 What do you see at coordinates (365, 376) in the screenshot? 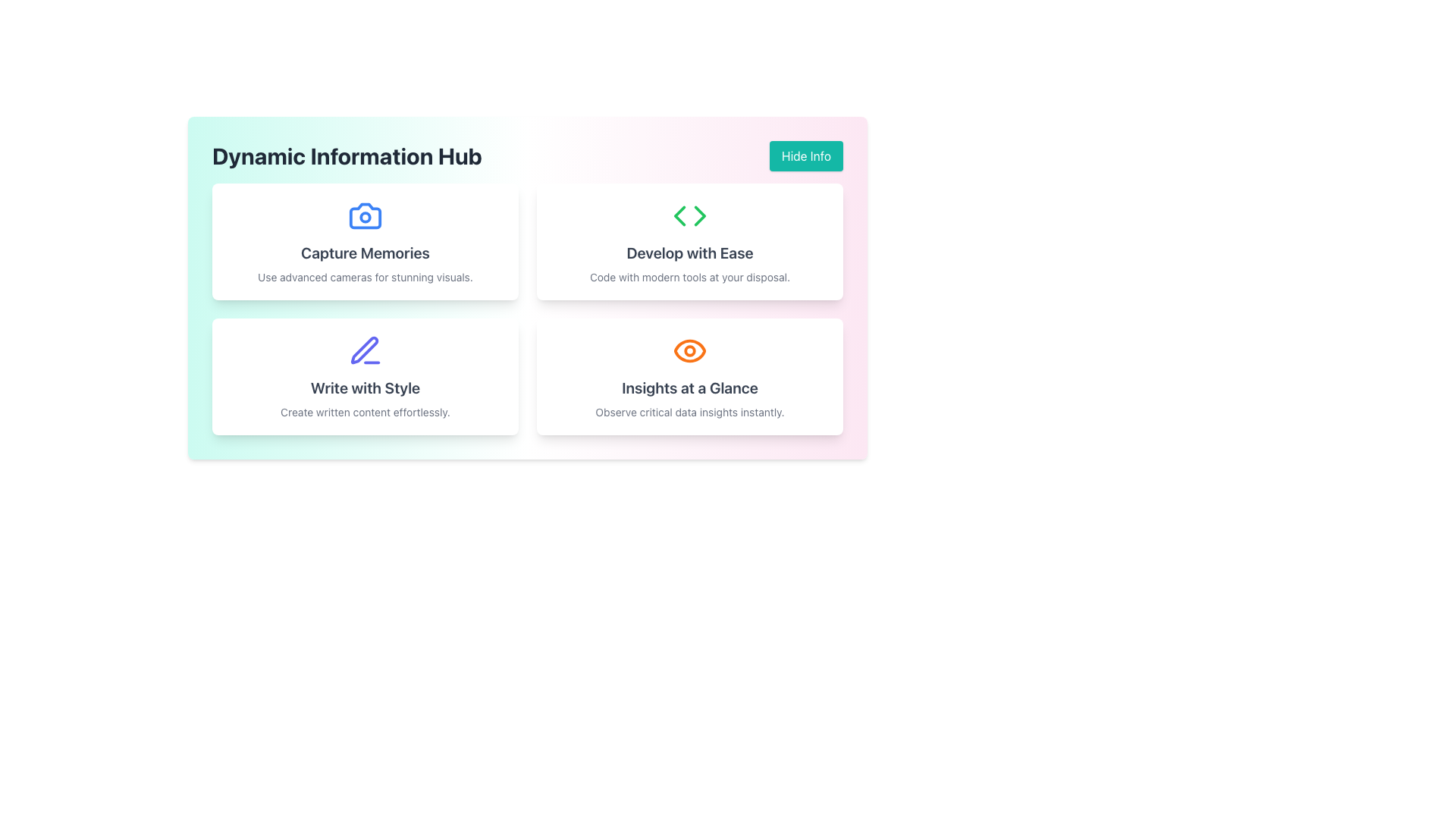
I see `the navigation card located in the lower-left section of the grid, positioned below 'Capture Memories' and to the left of 'Insights at a Glance'` at bounding box center [365, 376].